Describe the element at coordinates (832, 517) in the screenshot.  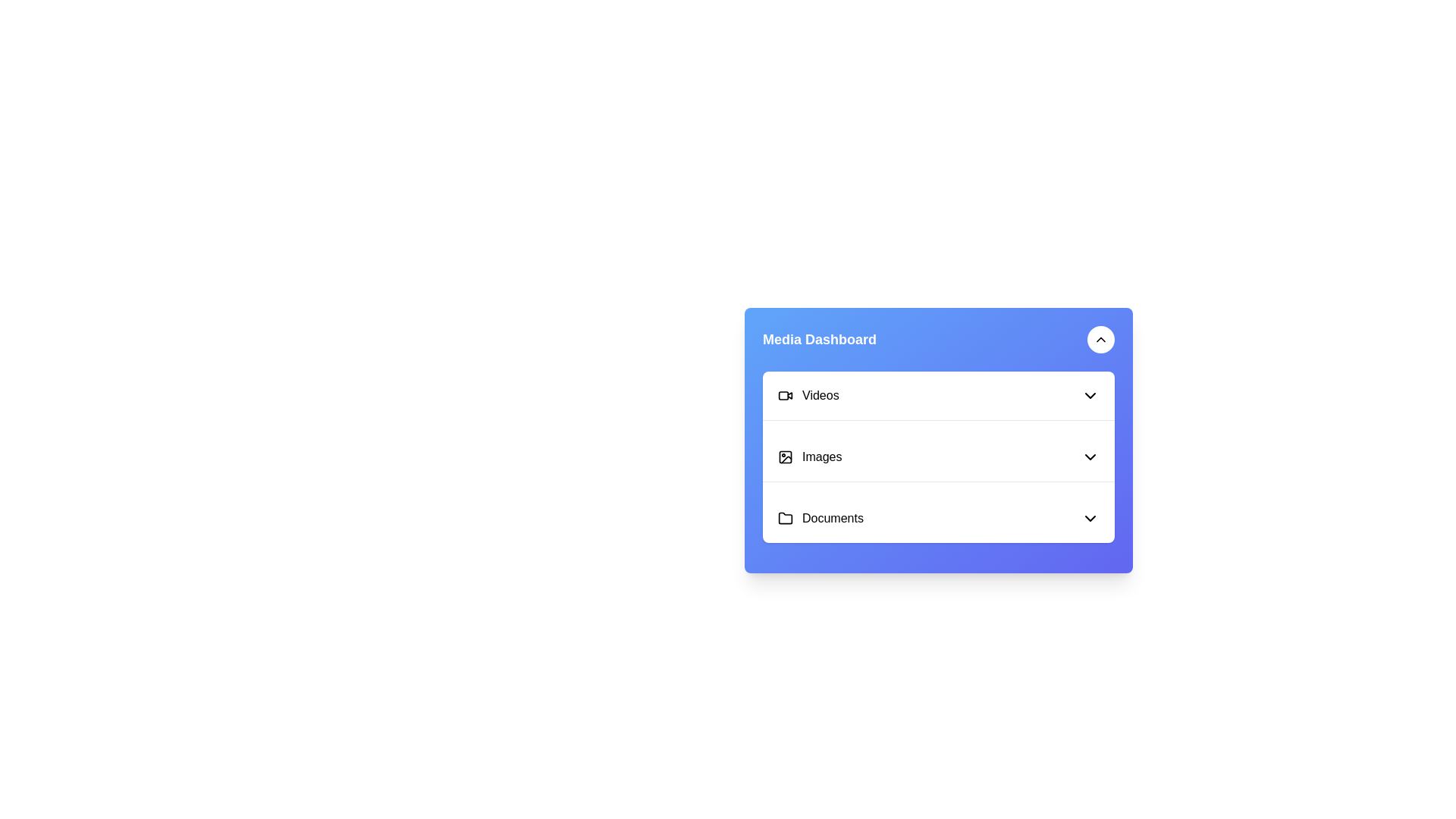
I see `the 'Documents' label, which is styled in a standard sans-serif font, appears in black color, and is positioned on the third row of the menu list within the 'Media Dashboard', directly to the right of a folder icon` at that location.